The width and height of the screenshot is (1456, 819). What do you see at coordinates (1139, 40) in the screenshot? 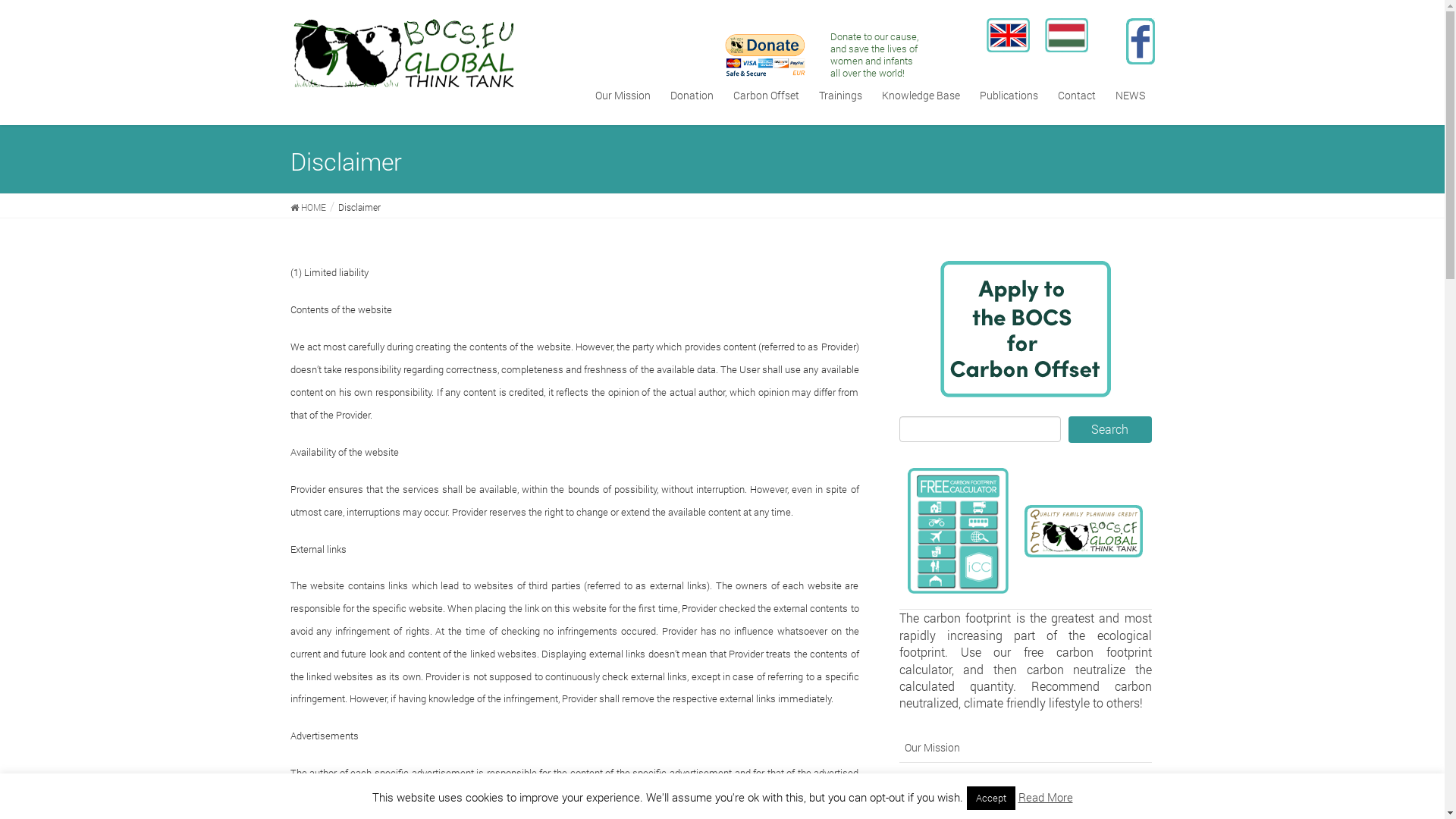
I see `'BOCS.EU - Facebook >>'` at bounding box center [1139, 40].